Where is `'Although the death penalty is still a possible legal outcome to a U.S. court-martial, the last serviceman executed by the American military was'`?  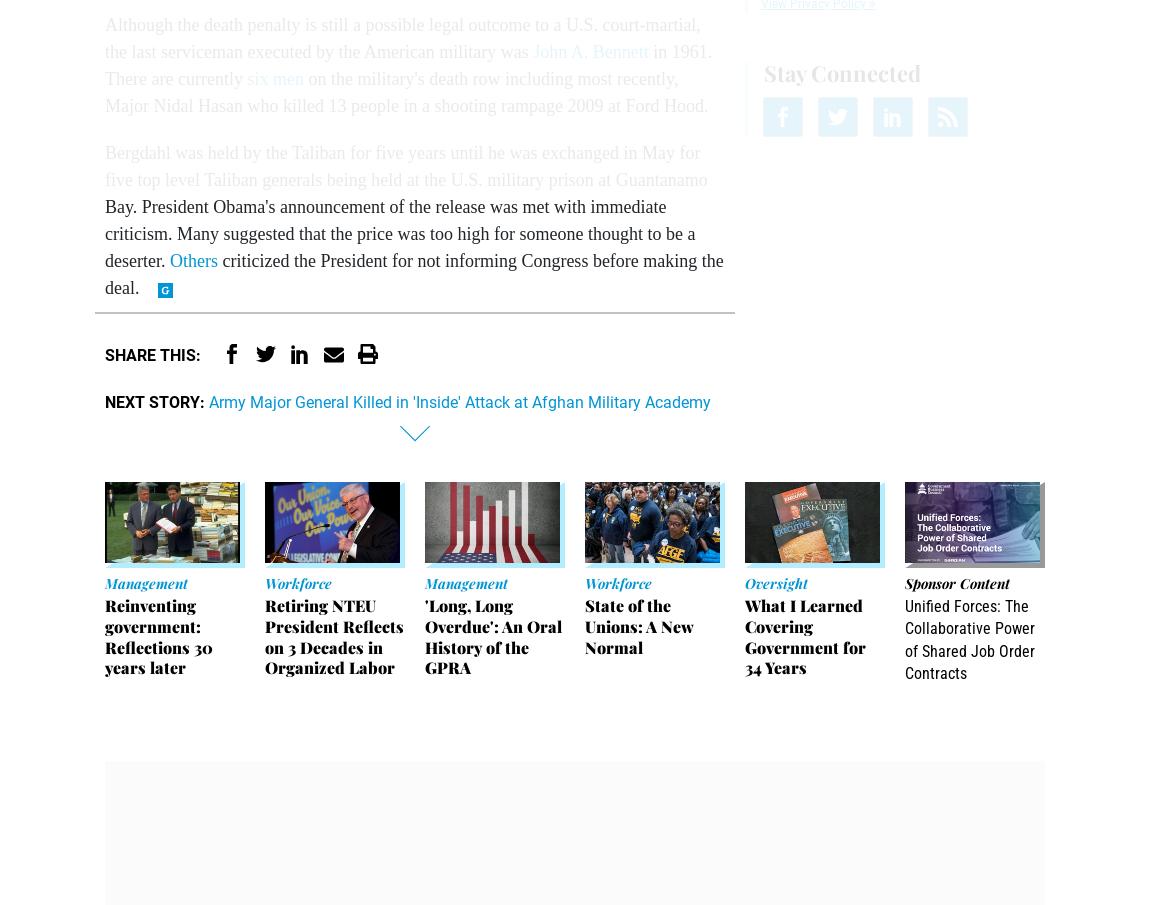 'Although the death penalty is still a possible legal outcome to a U.S. court-martial, the last serviceman executed by the American military was' is located at coordinates (402, 37).